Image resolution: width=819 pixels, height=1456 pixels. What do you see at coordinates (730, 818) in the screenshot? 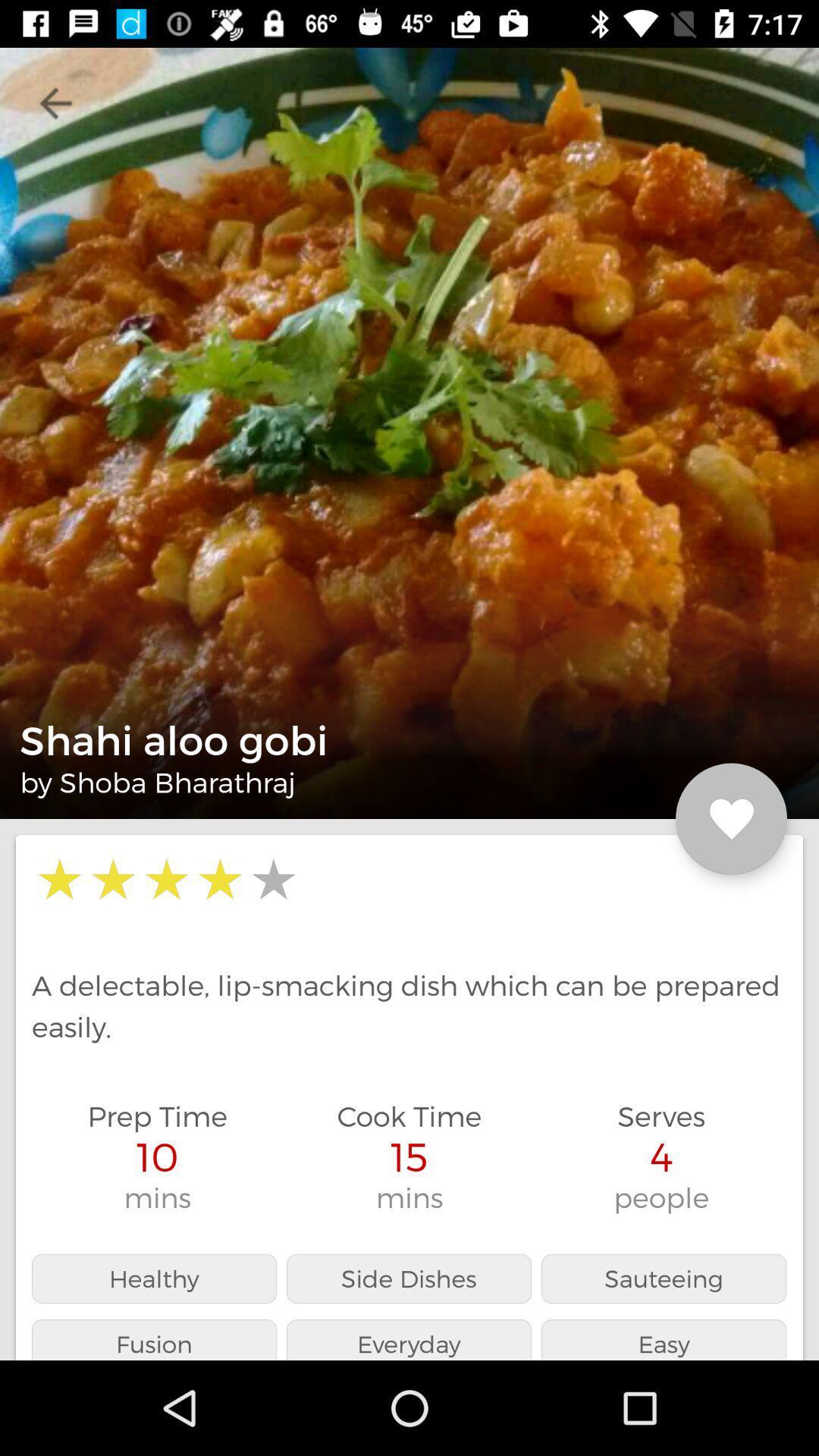
I see `item on the right` at bounding box center [730, 818].